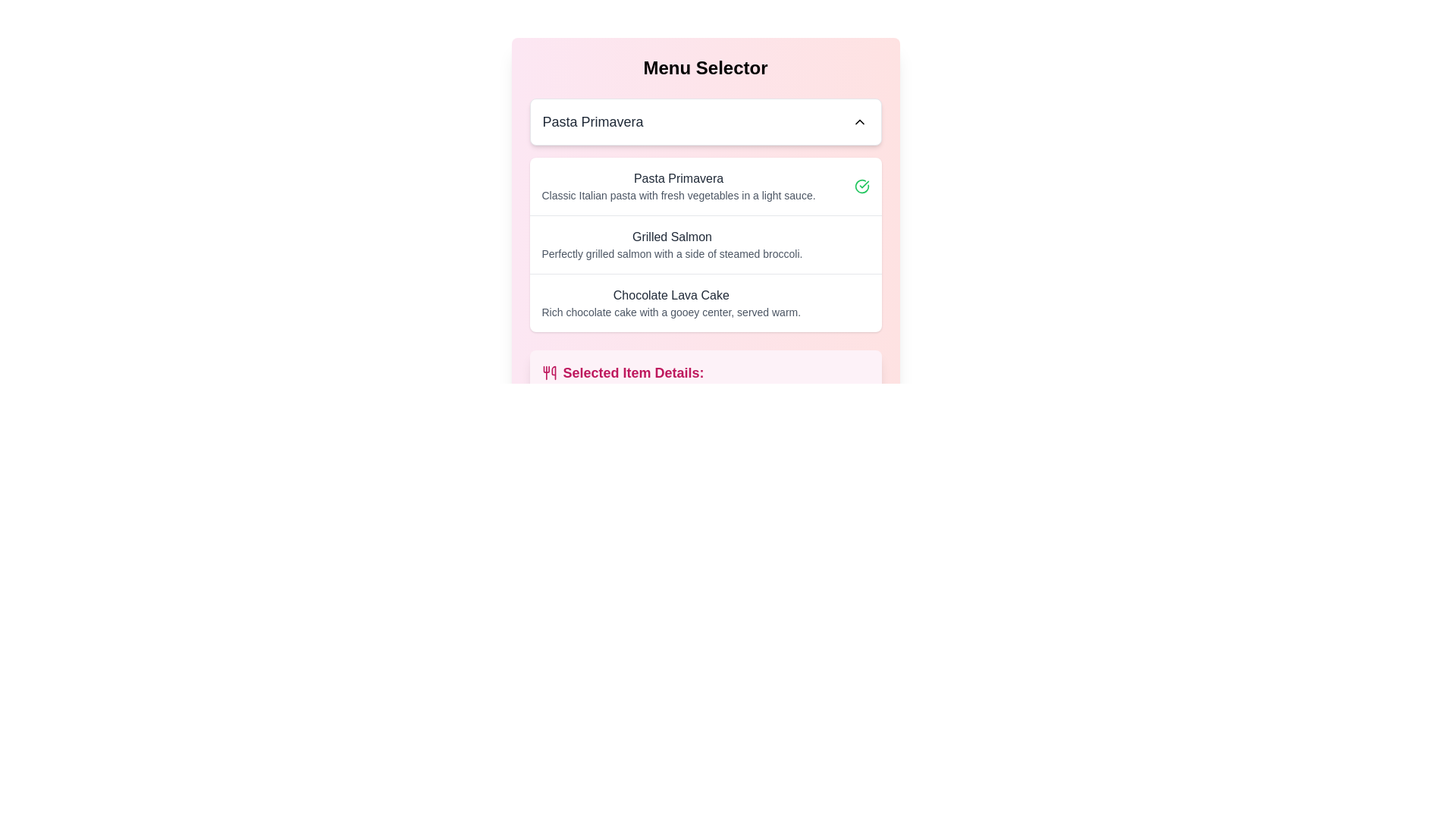  What do you see at coordinates (678, 186) in the screenshot?
I see `to select the menu item titled 'Pasta Primavera', which is the second item in the list of the 'Menu Selector' interface, featuring a bold title and a descriptive text below it` at bounding box center [678, 186].